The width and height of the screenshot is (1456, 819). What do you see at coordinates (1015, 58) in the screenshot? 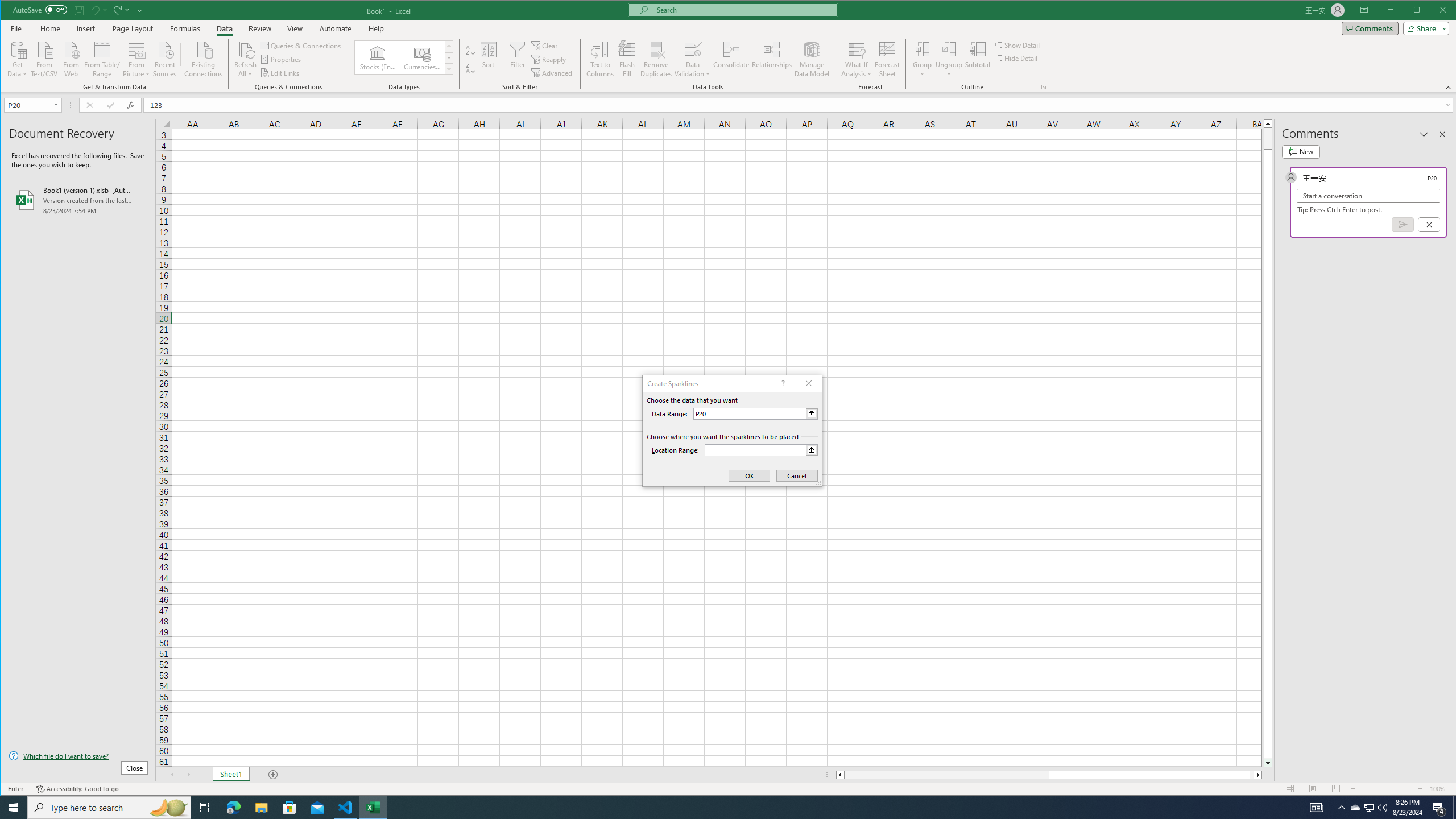
I see `'Hide Detail'` at bounding box center [1015, 58].